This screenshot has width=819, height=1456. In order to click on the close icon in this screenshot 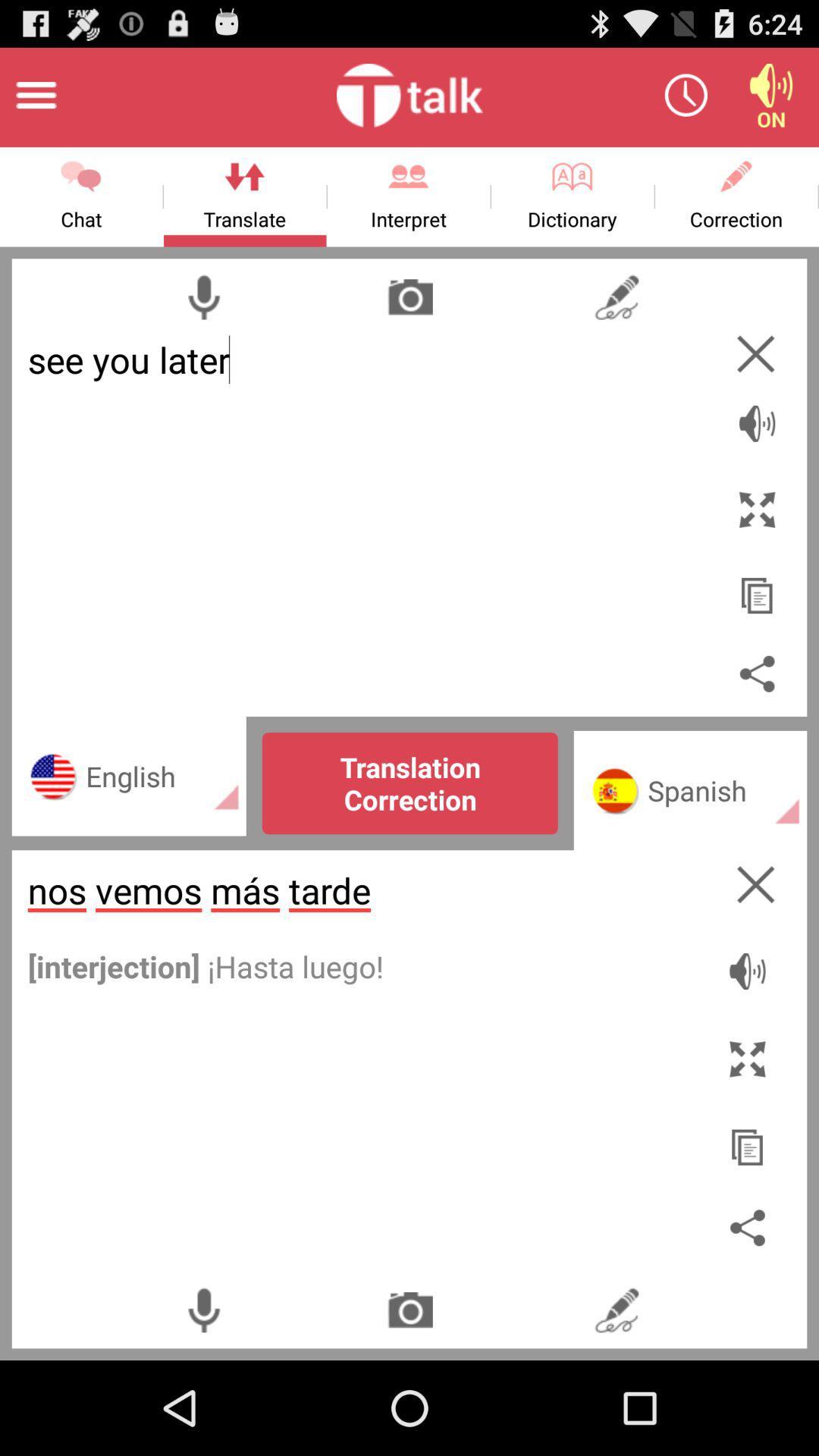, I will do `click(751, 974)`.